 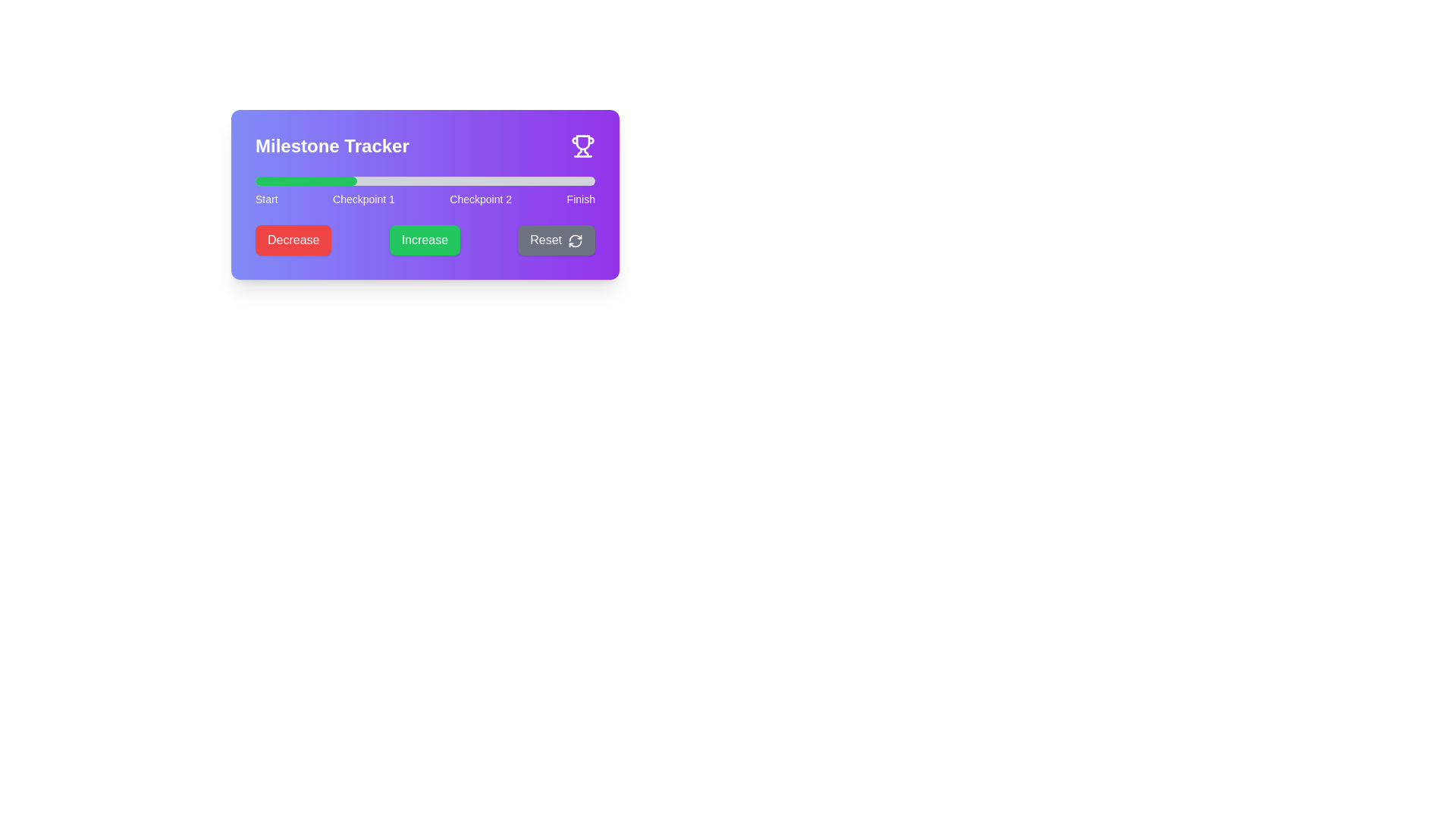 I want to click on the static label reading 'Checkpoint 1', which is styled in white font on a purple background and is the second label in a horizontal sequence of four labels, so click(x=364, y=198).